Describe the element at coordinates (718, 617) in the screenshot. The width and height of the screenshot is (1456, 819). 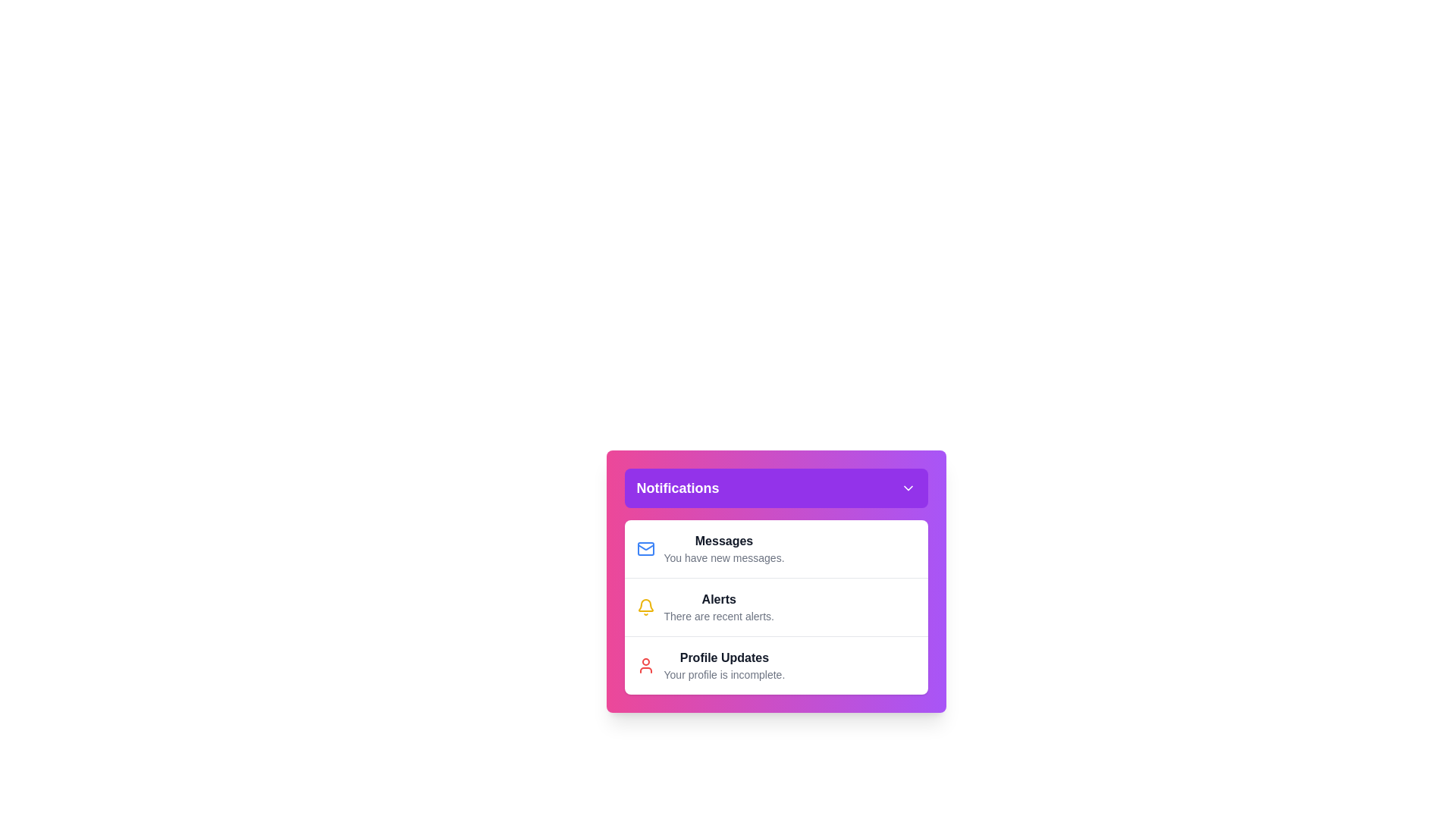
I see `the static text label that reads 'There are recent alerts.' which is positioned below the bolded label 'Alerts' in the Notifications widget` at that location.